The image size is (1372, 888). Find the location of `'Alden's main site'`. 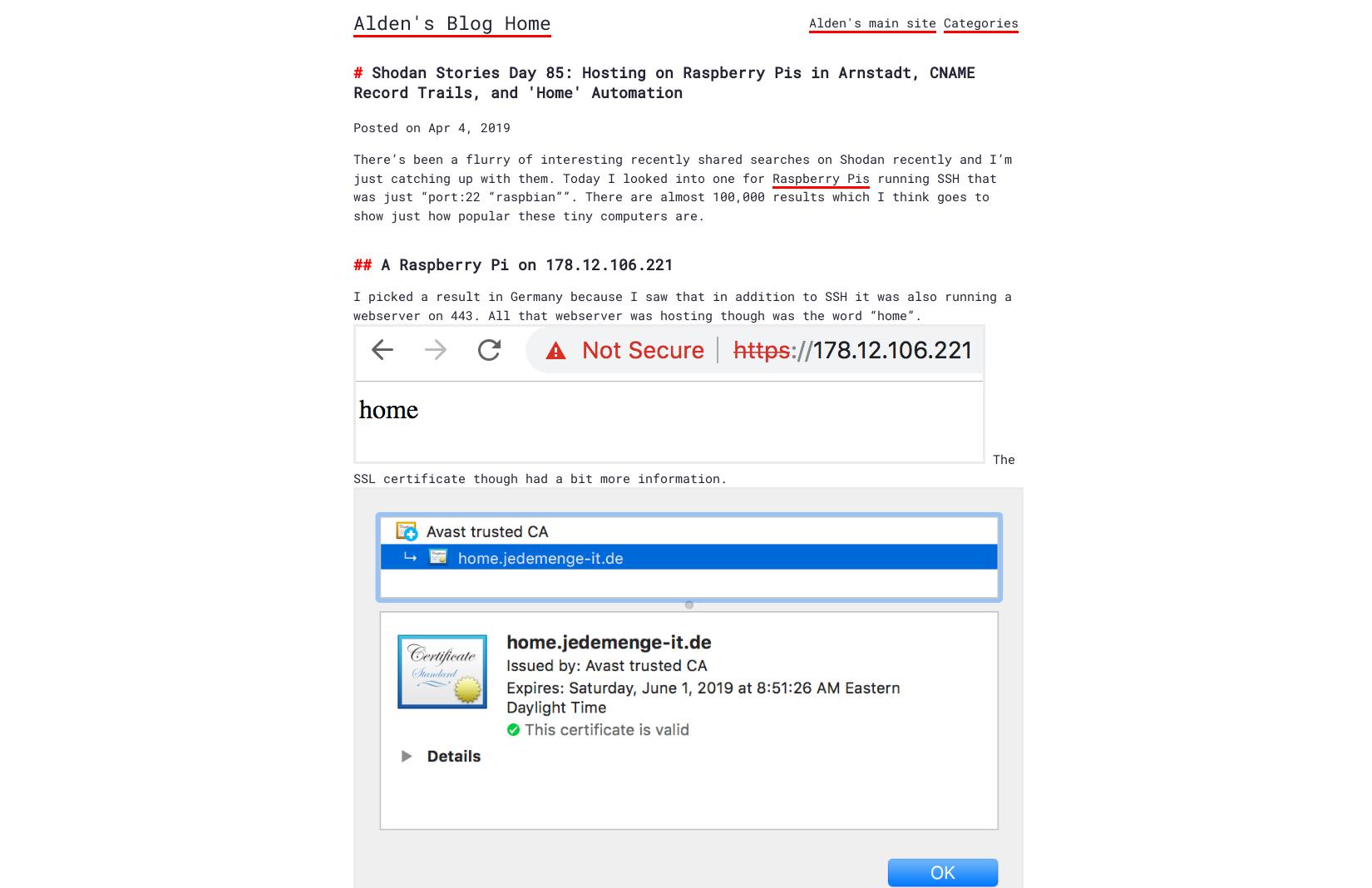

'Alden's main site' is located at coordinates (872, 22).